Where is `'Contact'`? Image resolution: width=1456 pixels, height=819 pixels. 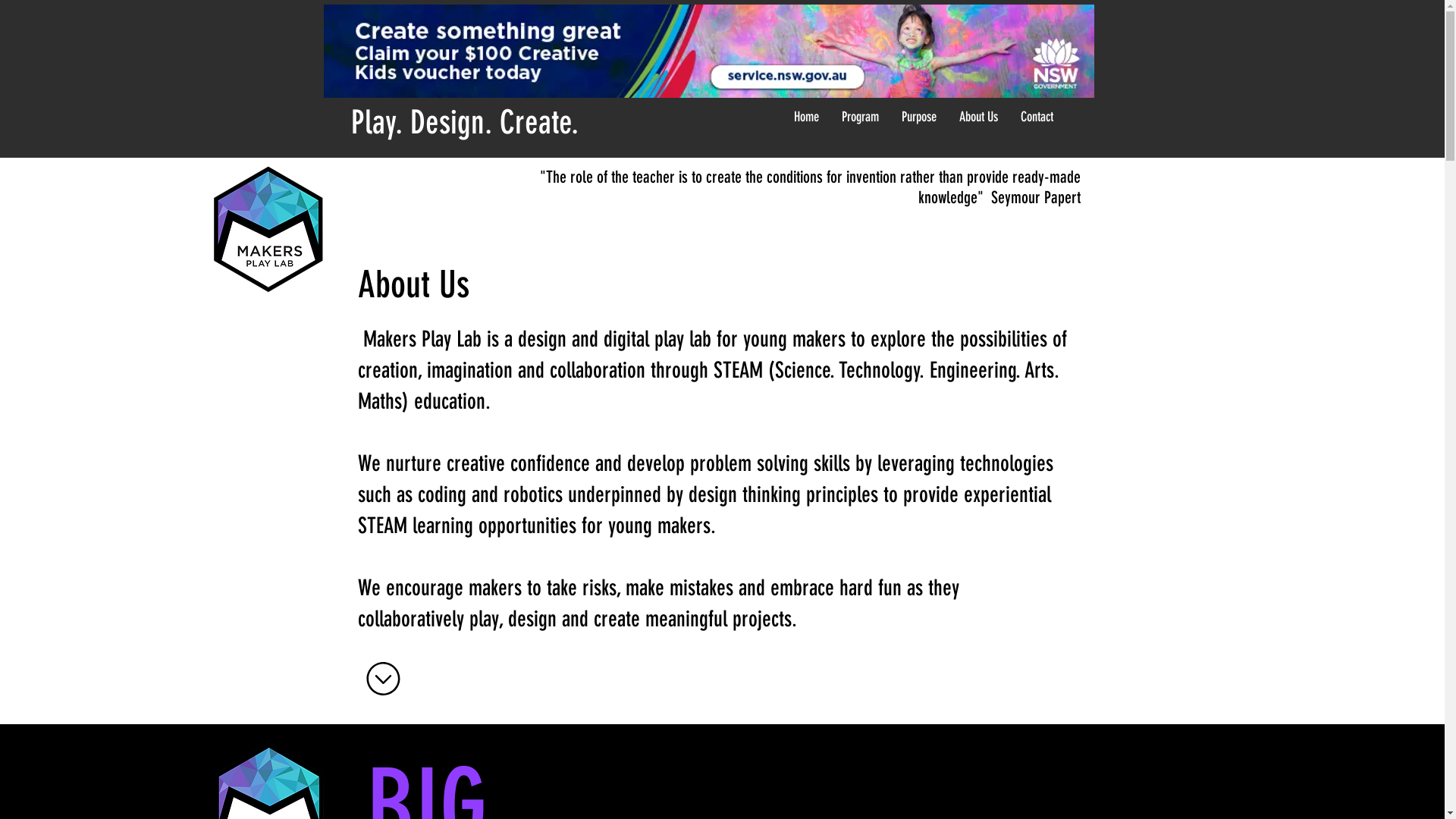 'Contact' is located at coordinates (1035, 116).